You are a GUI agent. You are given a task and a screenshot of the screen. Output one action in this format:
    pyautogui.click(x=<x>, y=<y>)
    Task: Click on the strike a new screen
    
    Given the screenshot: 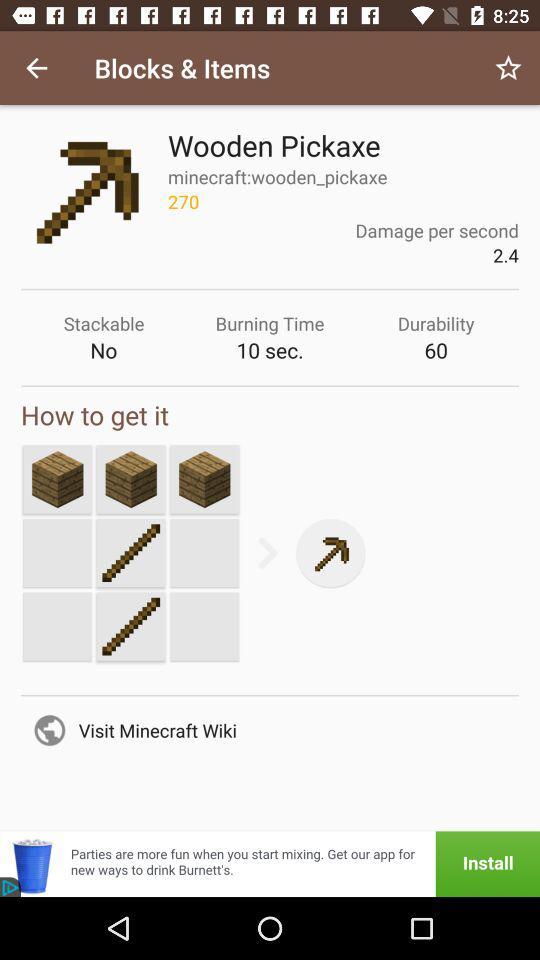 What is the action you would take?
    pyautogui.click(x=57, y=479)
    